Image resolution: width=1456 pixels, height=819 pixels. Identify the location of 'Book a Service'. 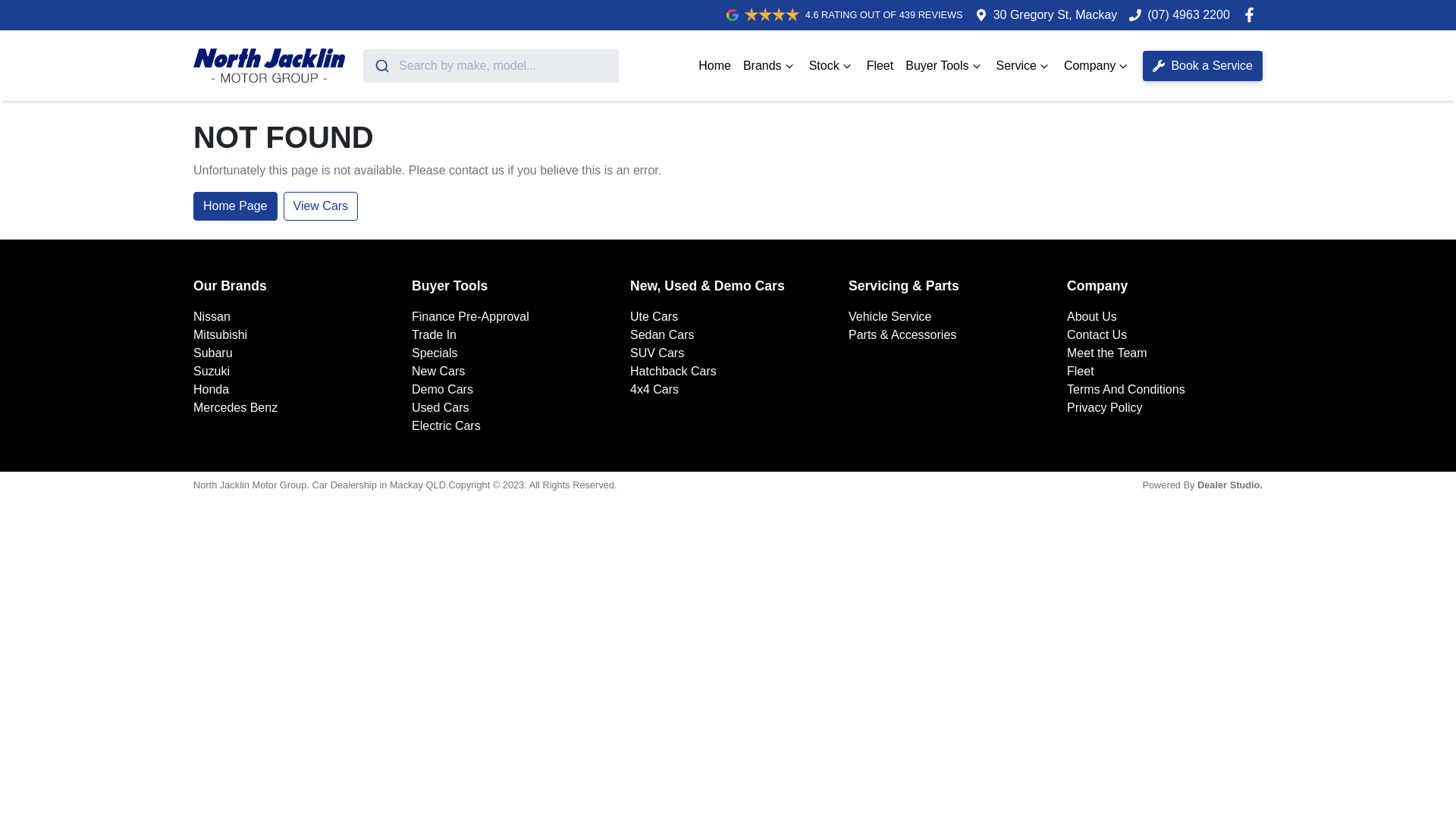
(1143, 64).